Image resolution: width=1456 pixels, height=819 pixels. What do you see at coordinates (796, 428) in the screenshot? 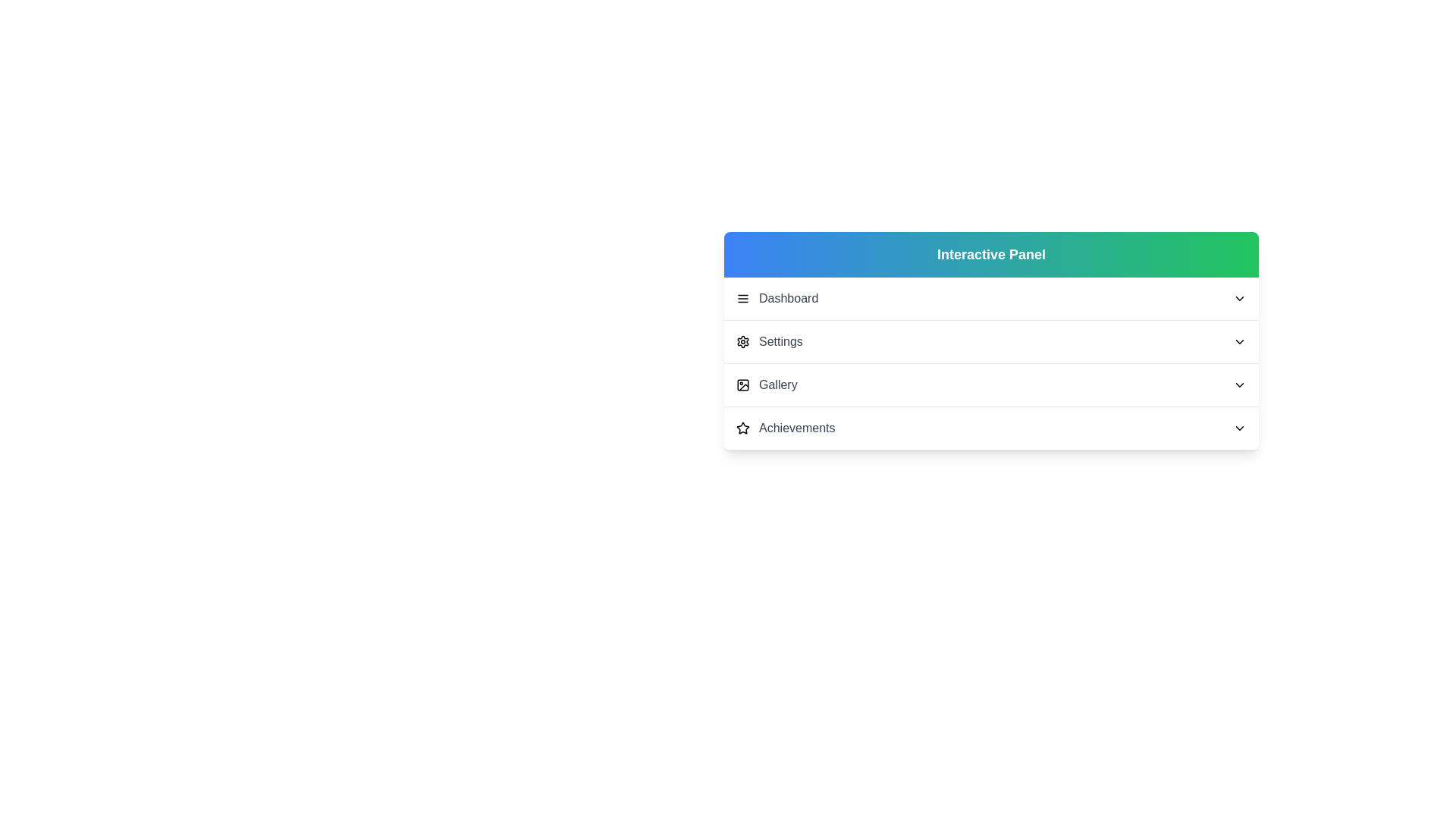
I see `the 'Achievements' text label, which is styled in gray and positioned at the bottom of a vertical list within a menu panel, aligned to the right of a star-shaped icon` at bounding box center [796, 428].